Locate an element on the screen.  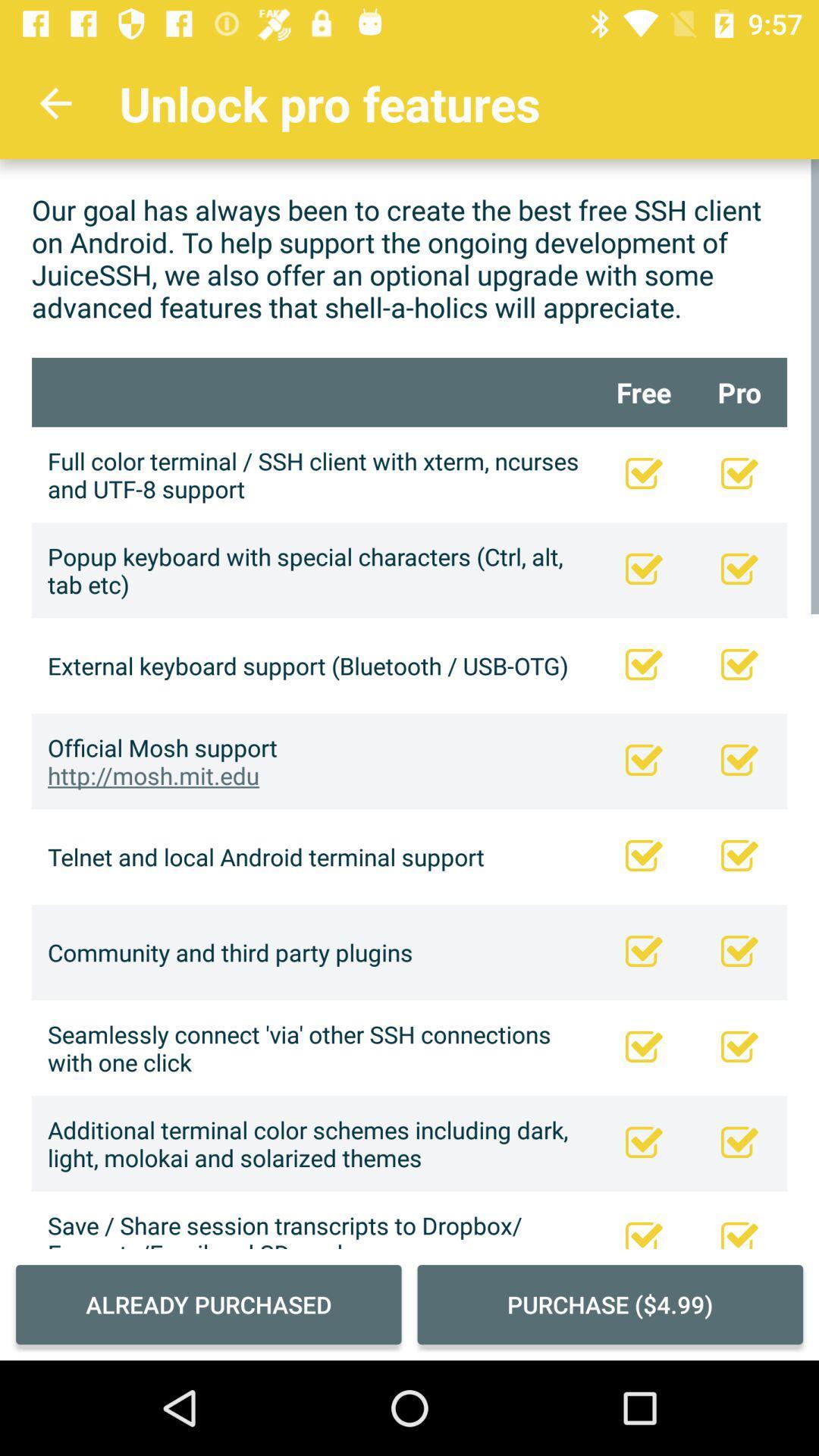
the icon below the save share session item is located at coordinates (209, 1304).